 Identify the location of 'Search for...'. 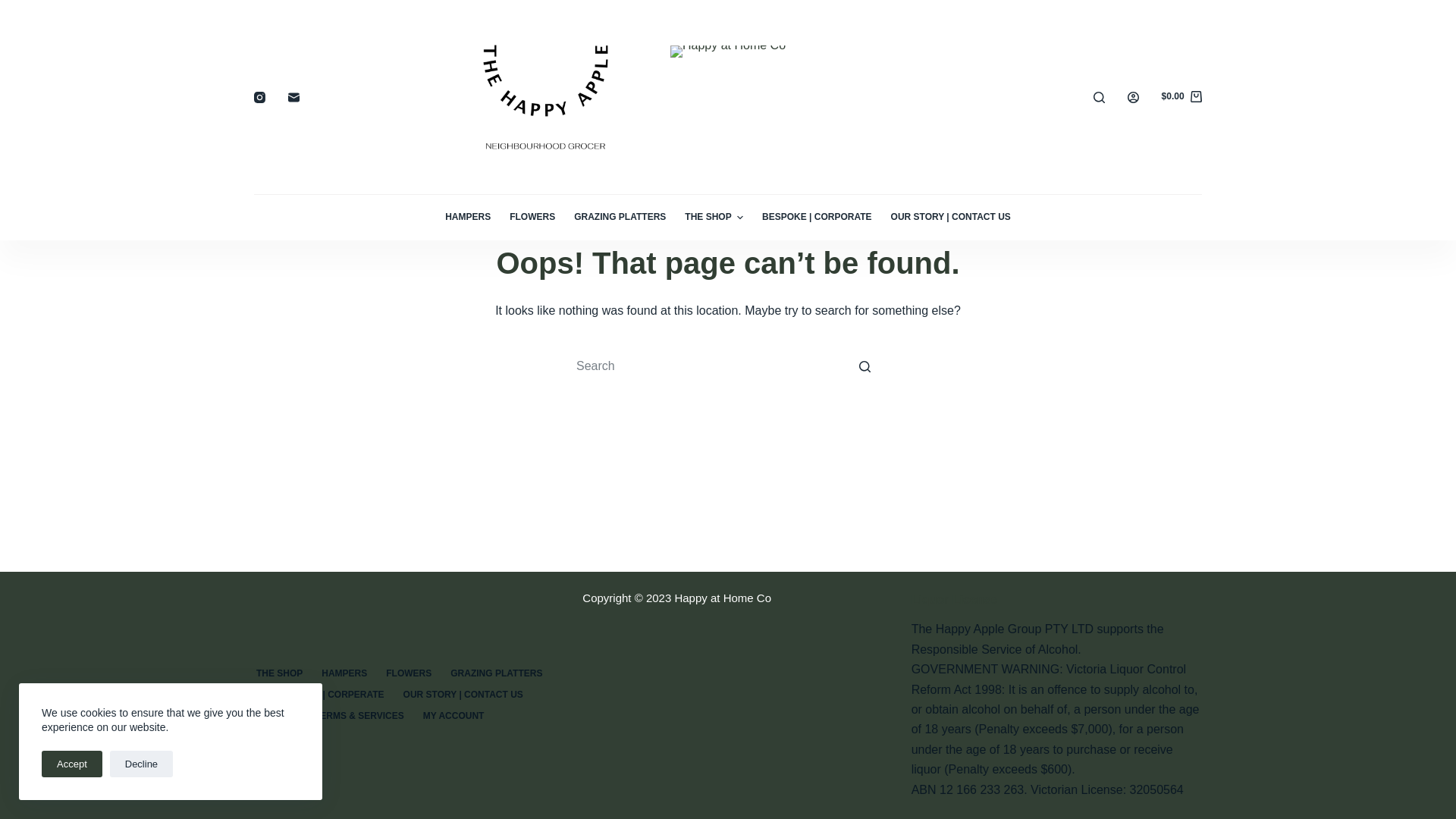
(728, 366).